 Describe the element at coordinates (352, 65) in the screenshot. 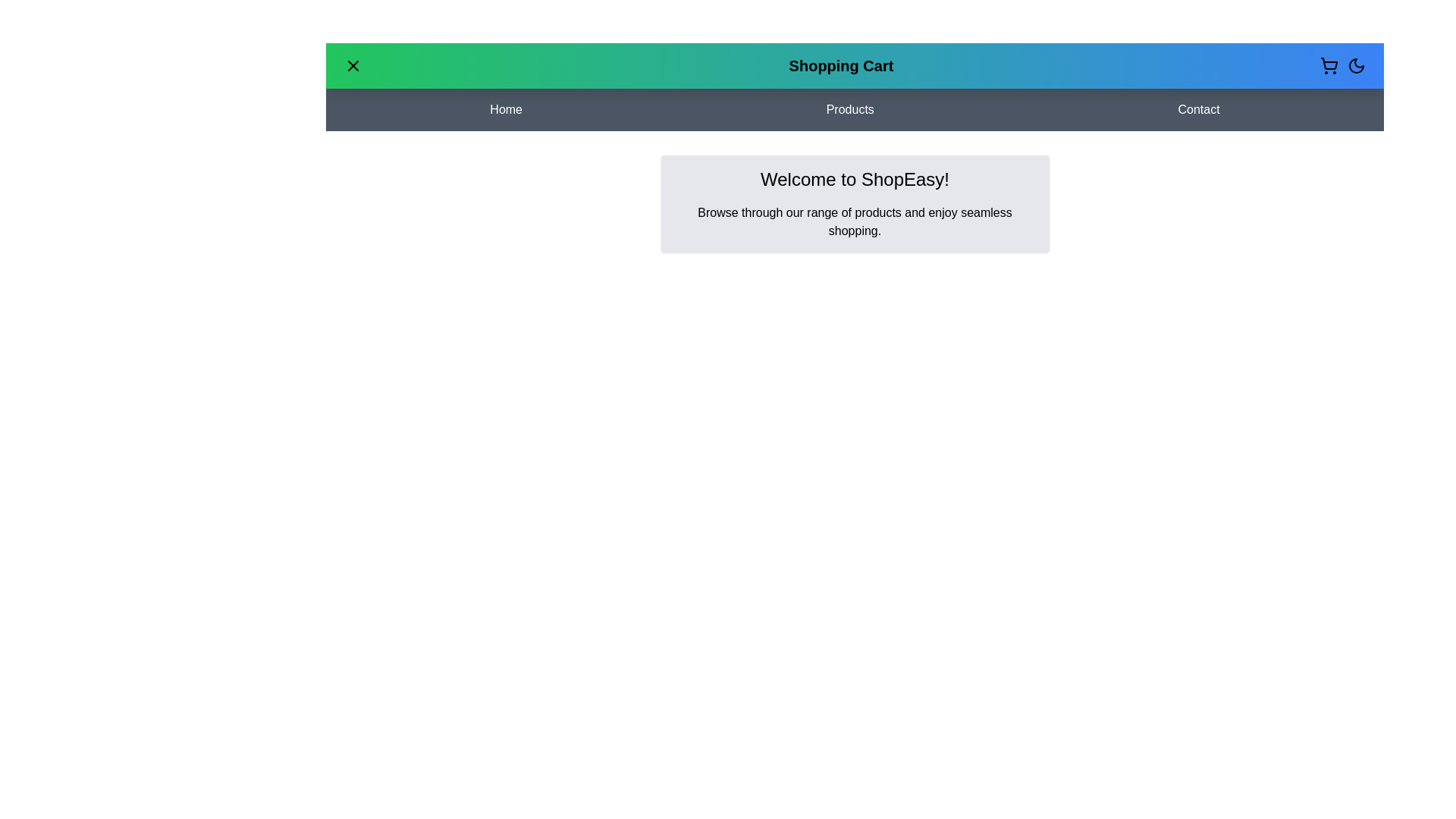

I see `the menu toggle button to toggle the menu open or closed` at that location.